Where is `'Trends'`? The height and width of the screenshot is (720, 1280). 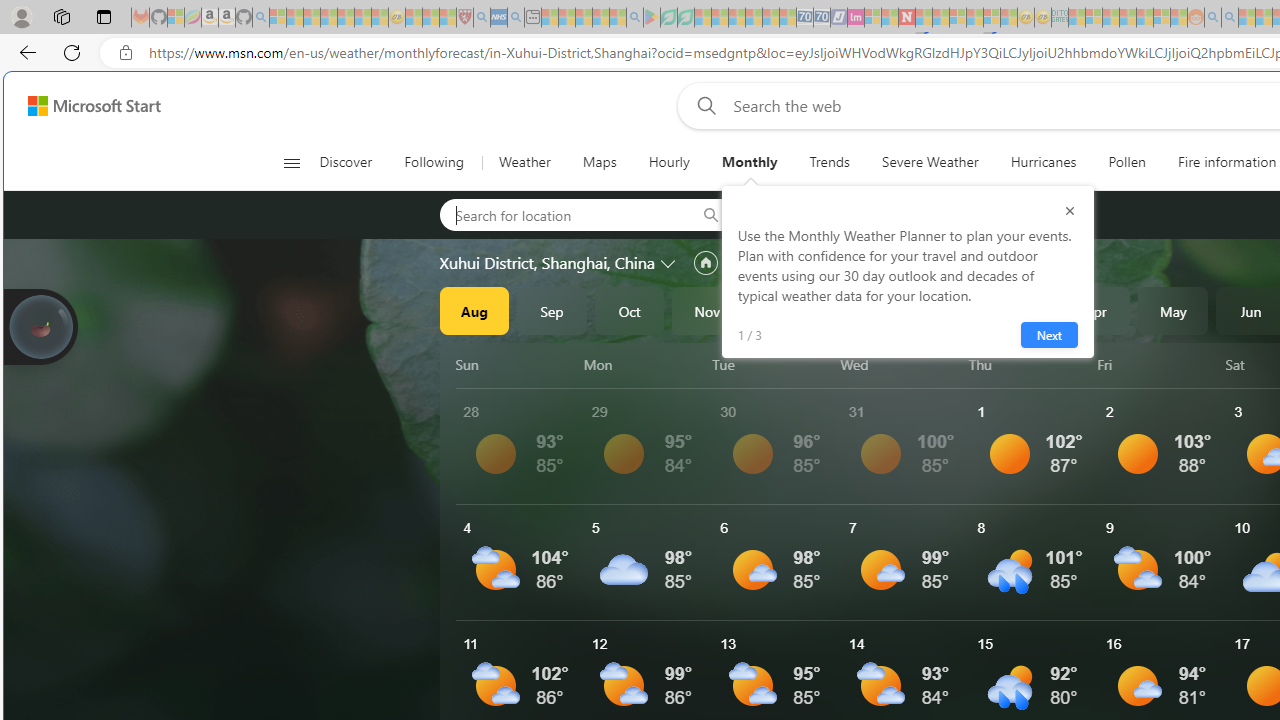 'Trends' is located at coordinates (829, 162).